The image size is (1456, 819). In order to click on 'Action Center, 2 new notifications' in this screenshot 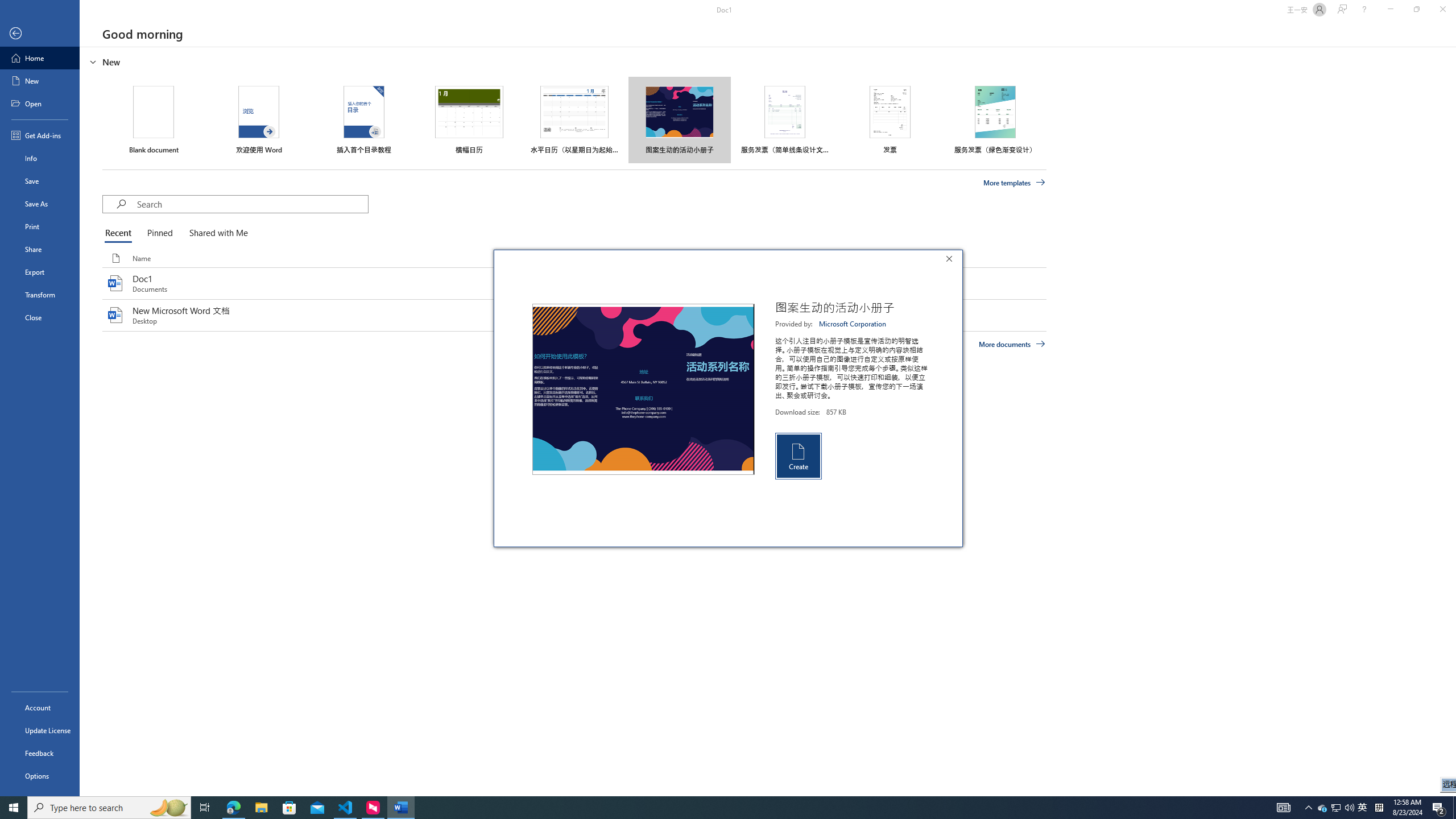, I will do `click(1439, 806)`.